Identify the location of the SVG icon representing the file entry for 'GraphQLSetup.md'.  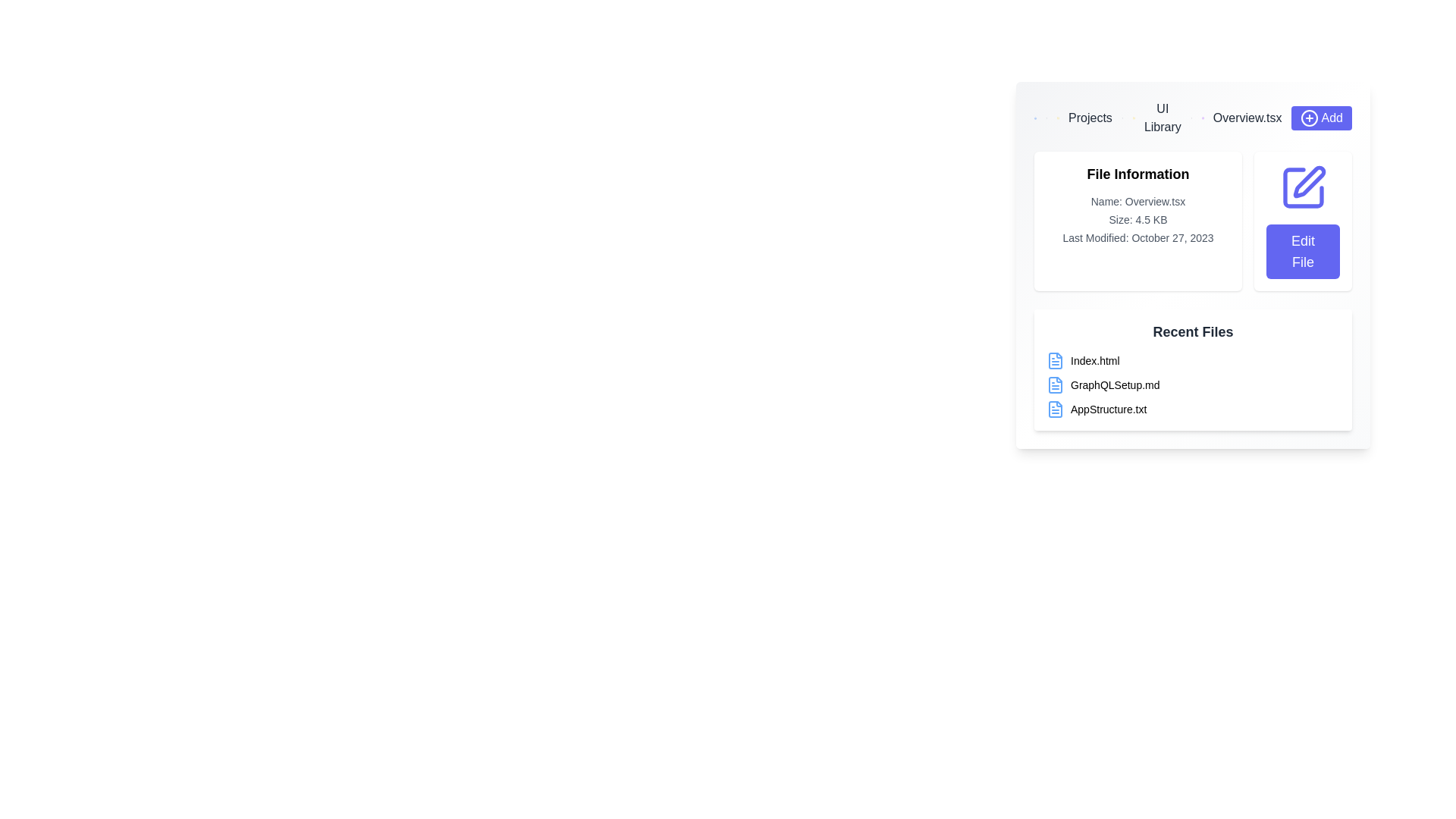
(1055, 384).